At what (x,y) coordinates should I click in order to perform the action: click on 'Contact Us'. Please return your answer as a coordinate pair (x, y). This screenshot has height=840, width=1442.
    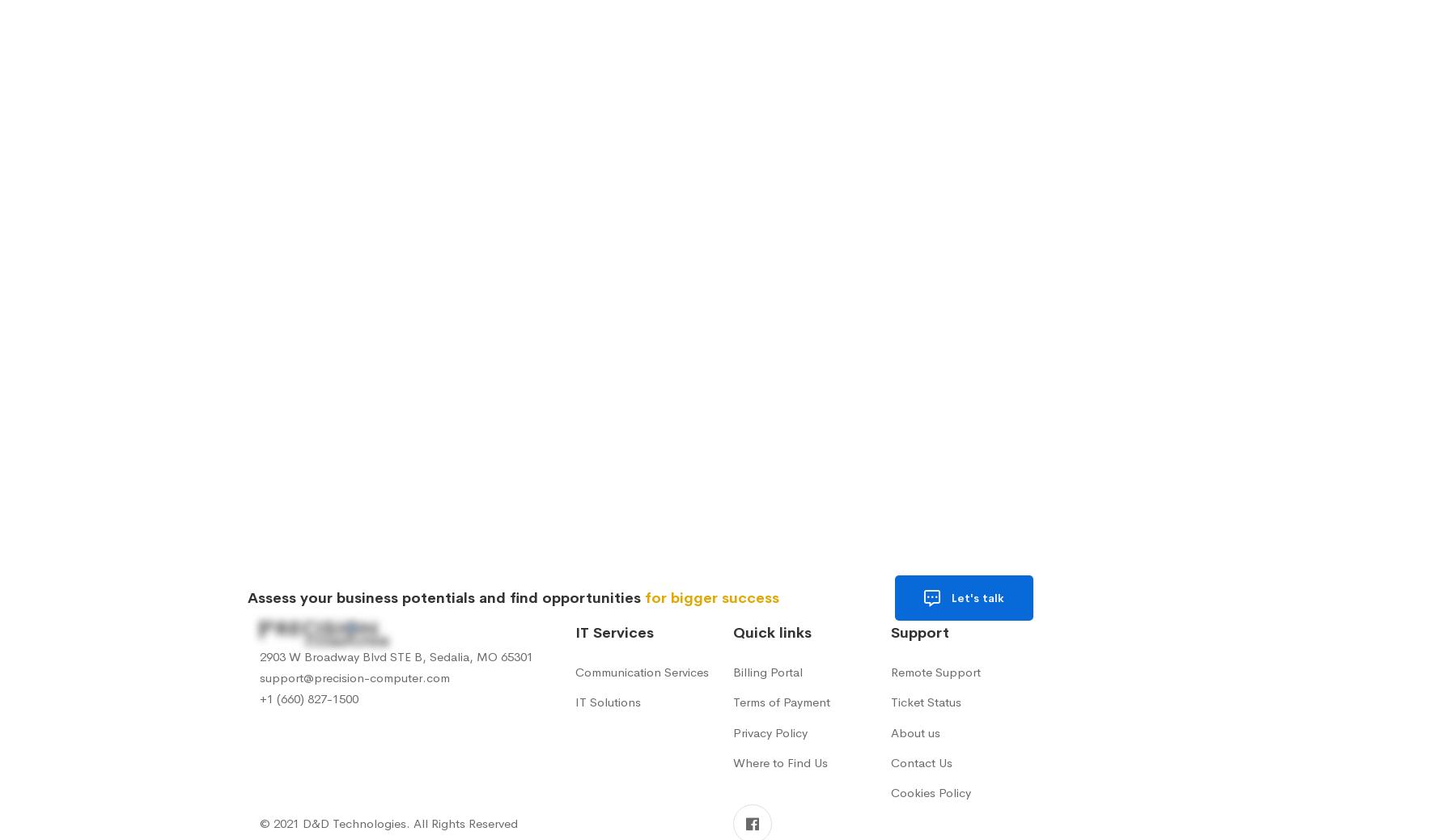
    Looking at the image, I should click on (922, 762).